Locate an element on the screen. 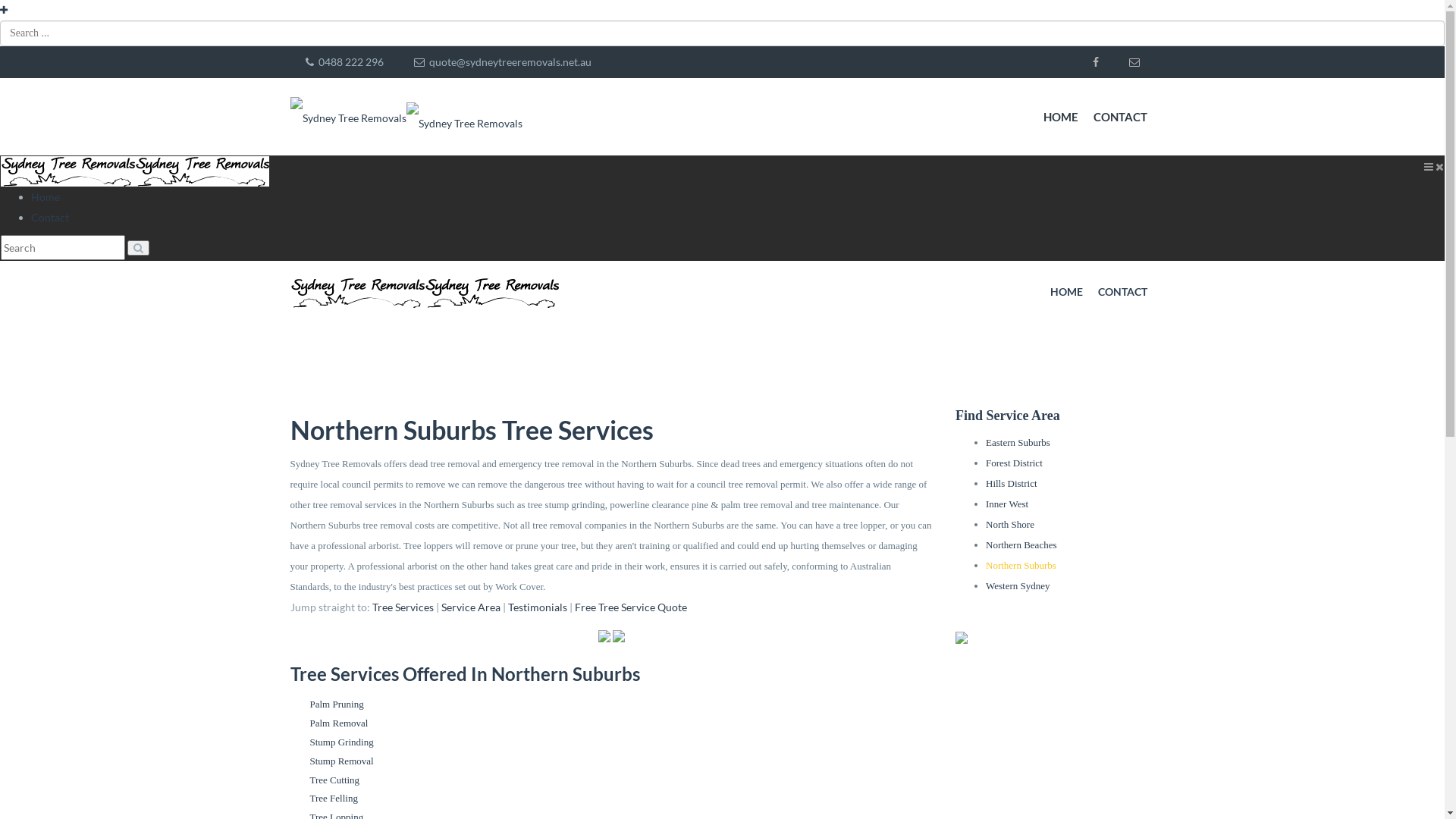  'Palm Removal' is located at coordinates (309, 722).